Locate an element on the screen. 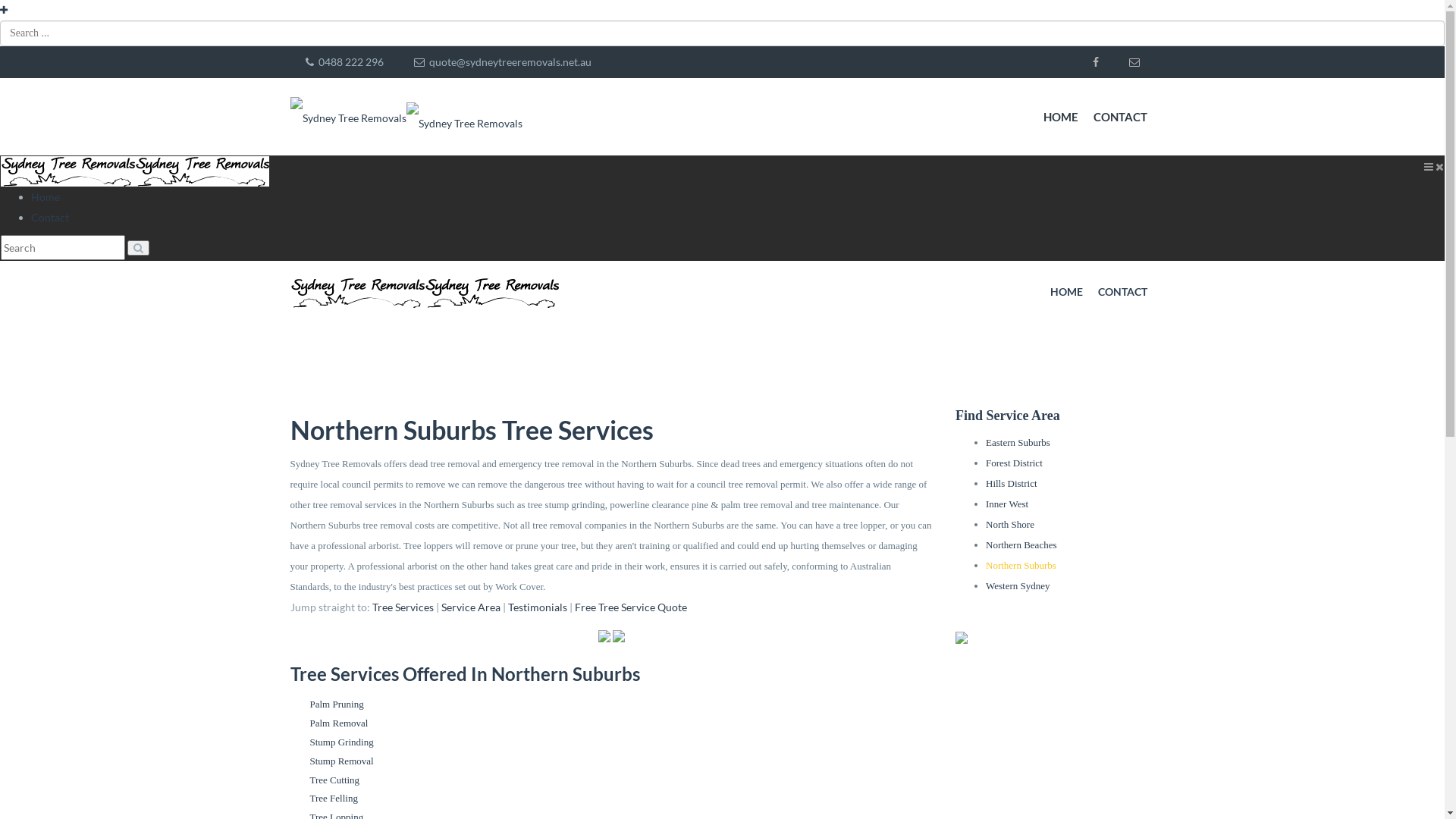  'Palm Removal' is located at coordinates (309, 722).